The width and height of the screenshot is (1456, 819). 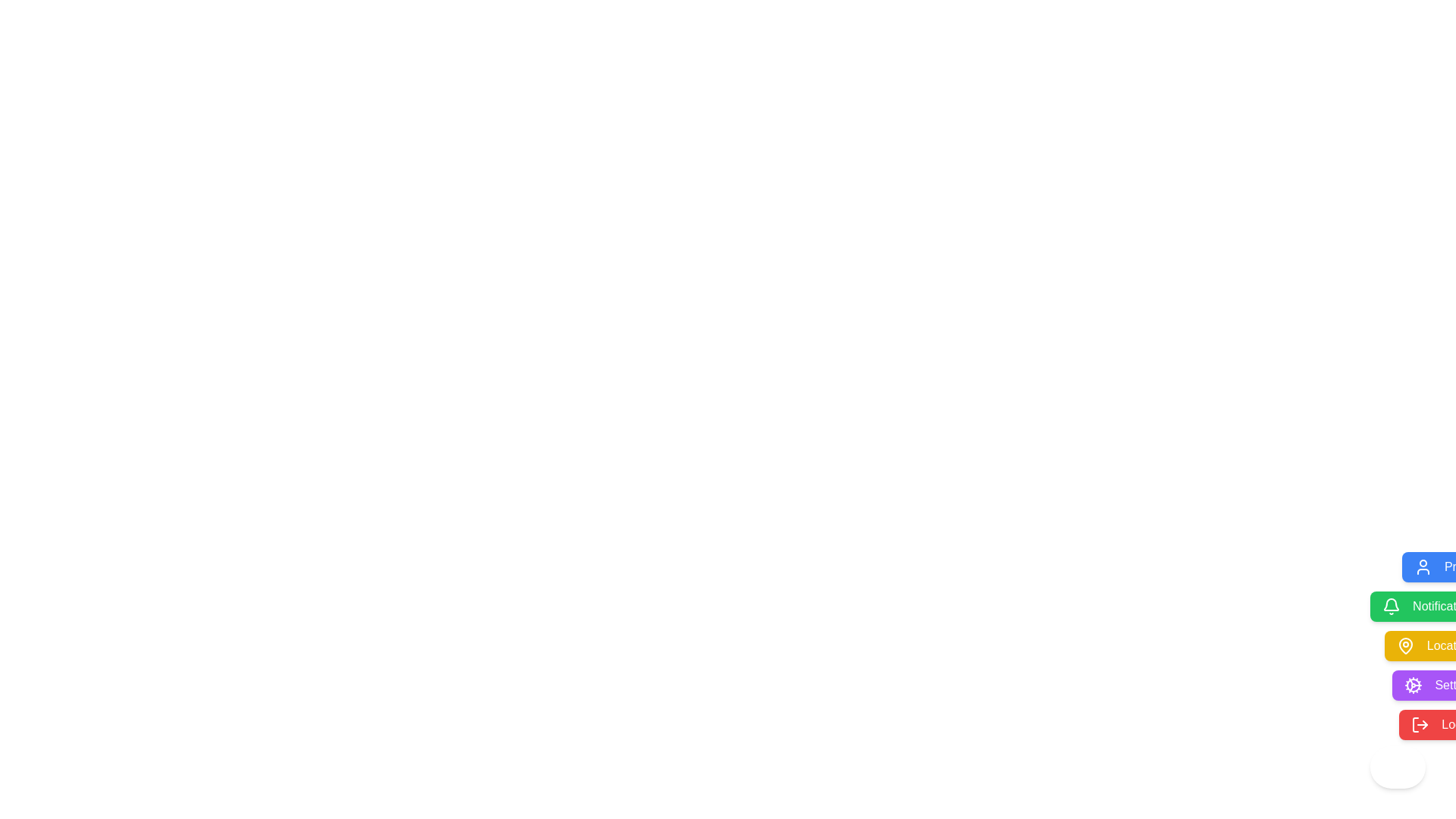 I want to click on the map pin icon integrated into the yellow 'Locations' button, which is the third button in a vertical sequence on the right side of the interface, so click(x=1404, y=646).